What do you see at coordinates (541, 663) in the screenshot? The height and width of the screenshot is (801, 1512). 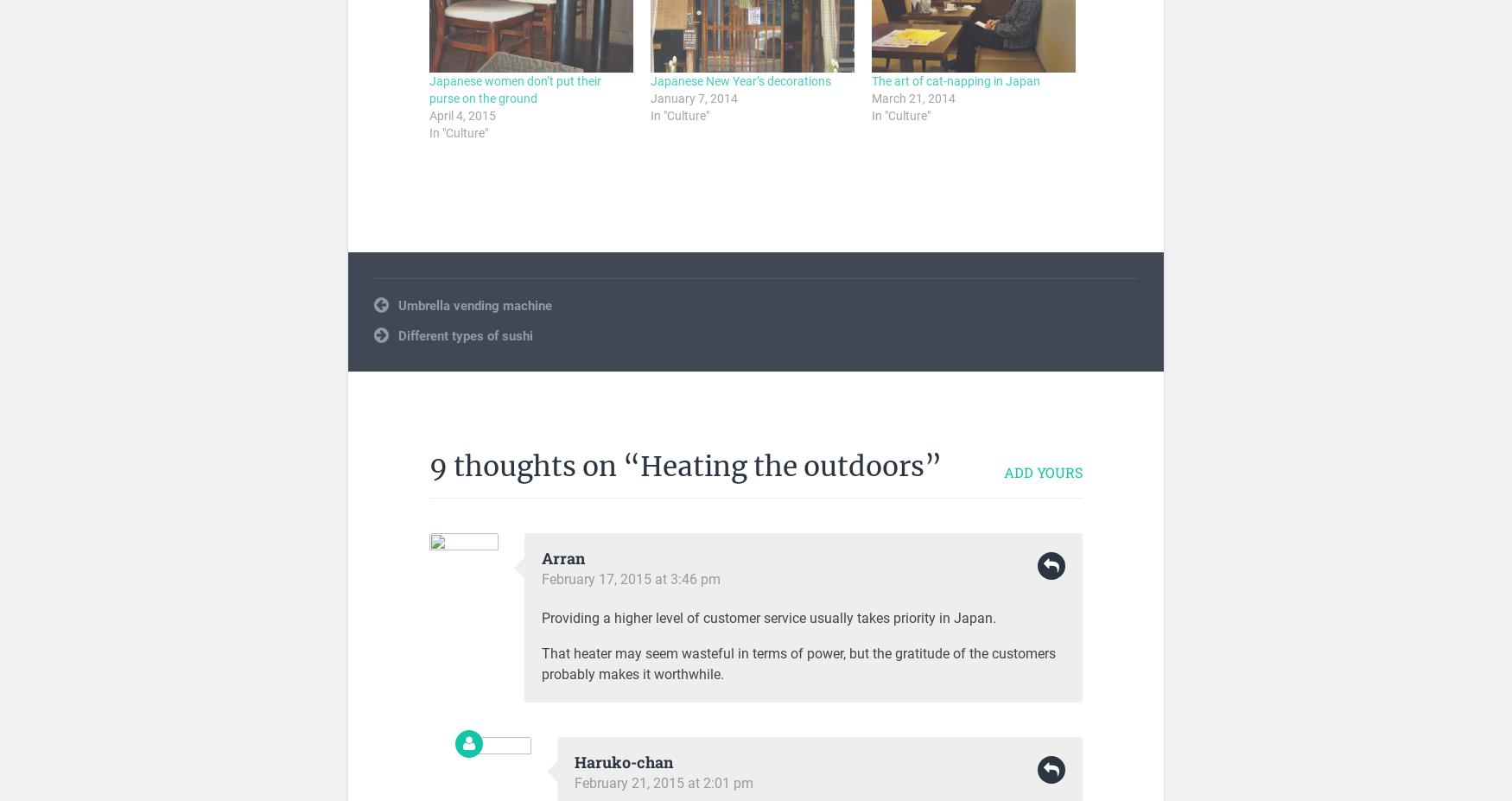 I see `'That heater may seem wasteful in terms of power, but the gratitude of the customers probably makes it worthwhile.'` at bounding box center [541, 663].